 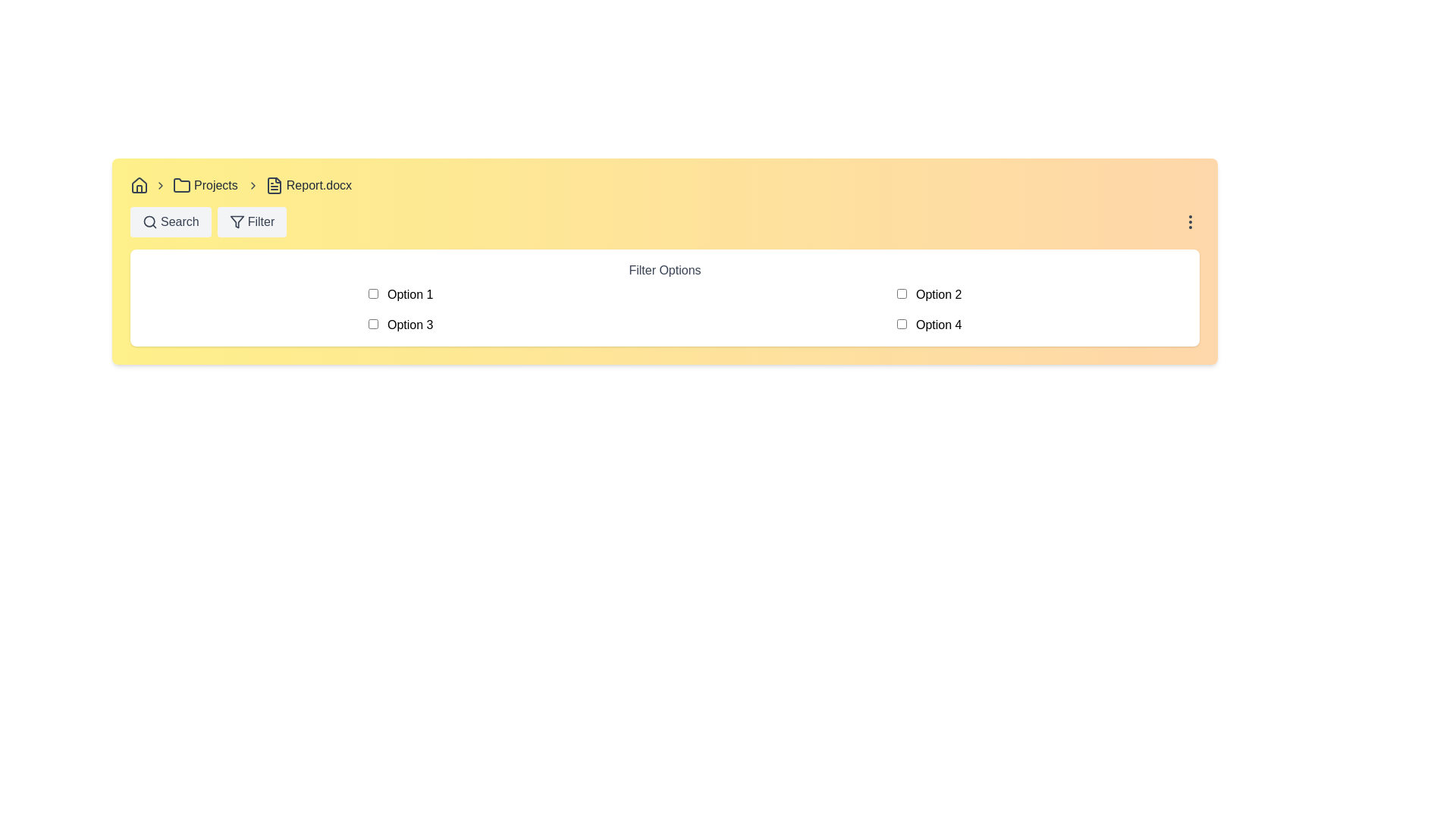 I want to click on the SVG circle graphic located within the 'Search' button, which is part of a search-related icon, so click(x=149, y=221).